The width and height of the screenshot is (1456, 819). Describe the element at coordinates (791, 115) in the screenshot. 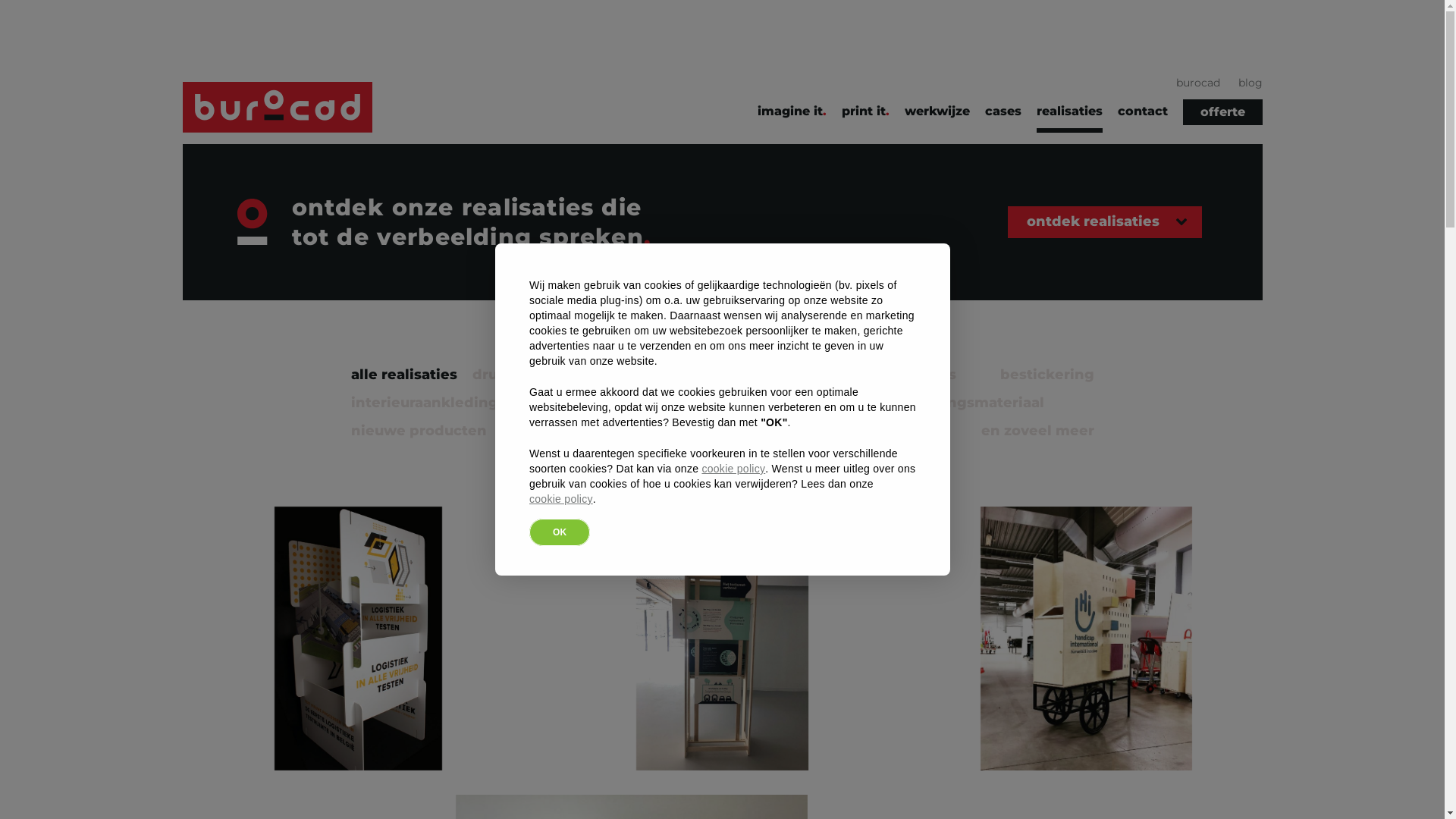

I see `'imagine it'` at that location.